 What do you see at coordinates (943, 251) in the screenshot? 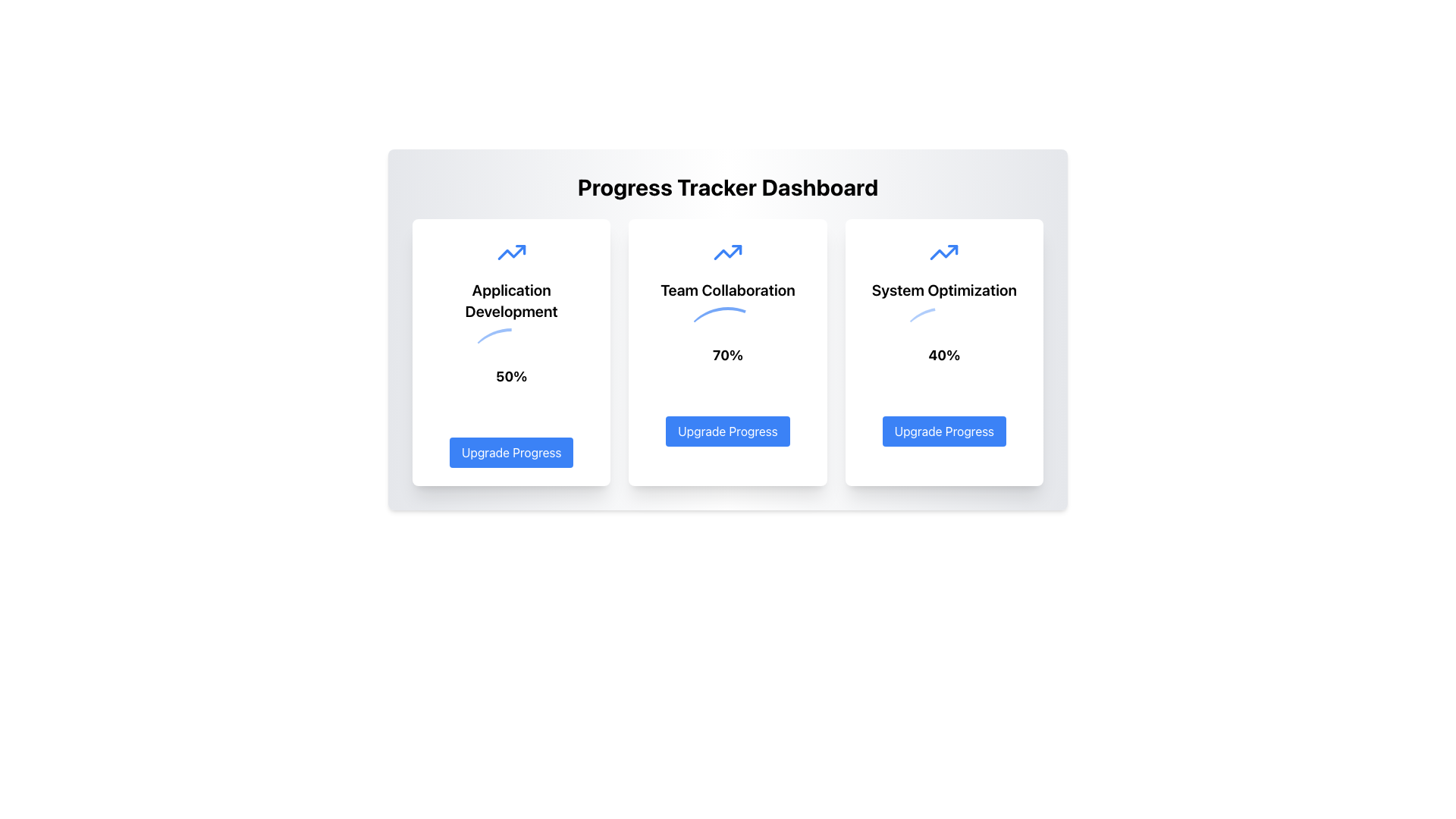
I see `the progress icon representing 'System Optimization' functionality, located in the upper section of the rightmost card on the dashboard` at bounding box center [943, 251].